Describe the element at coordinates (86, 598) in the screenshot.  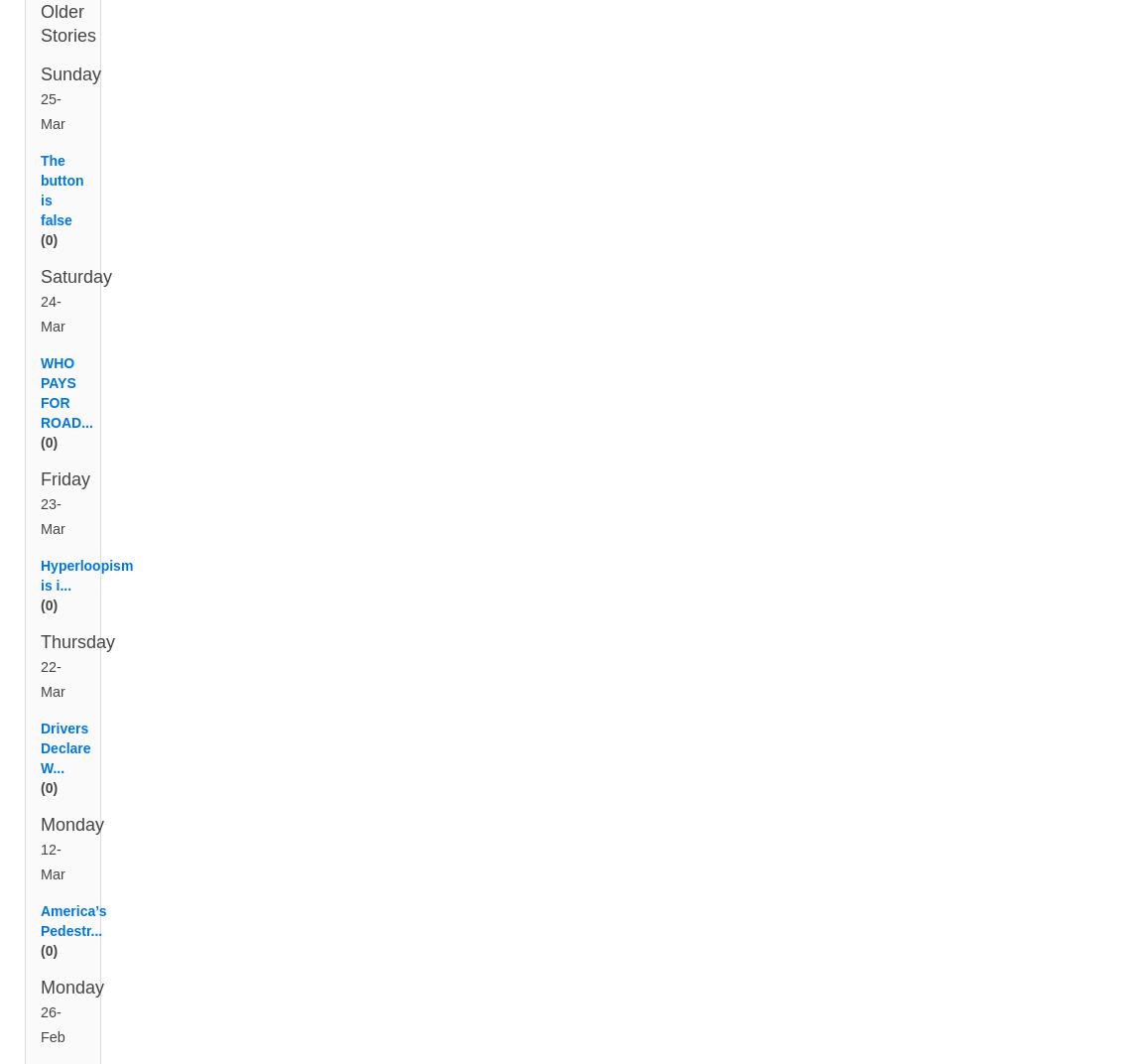
I see `'Hyperloopism is i...'` at that location.